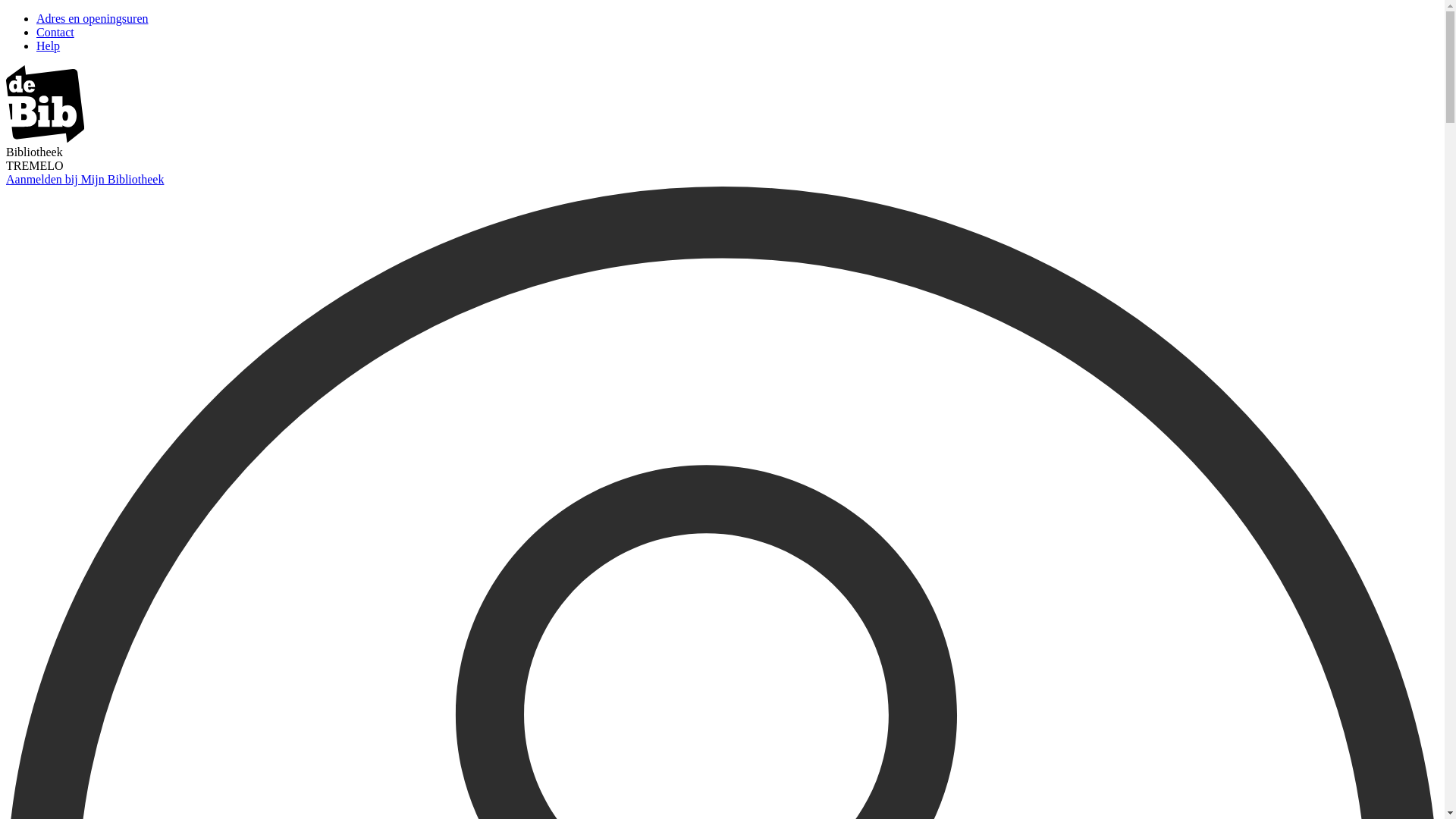 Image resolution: width=1456 pixels, height=819 pixels. I want to click on 'image/svg+xml', so click(45, 138).